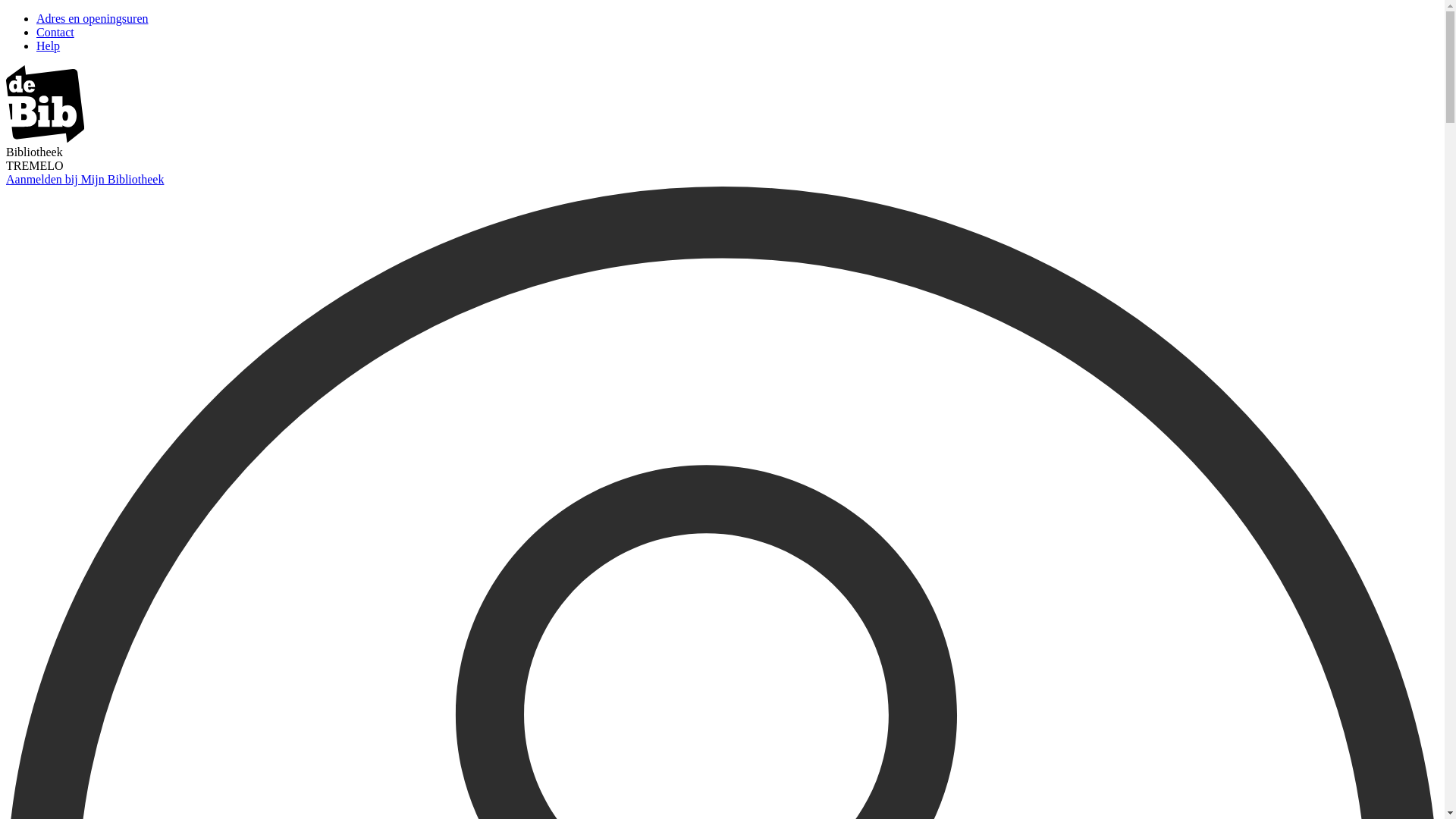 Image resolution: width=1456 pixels, height=819 pixels. I want to click on 'image/svg+xml', so click(45, 138).